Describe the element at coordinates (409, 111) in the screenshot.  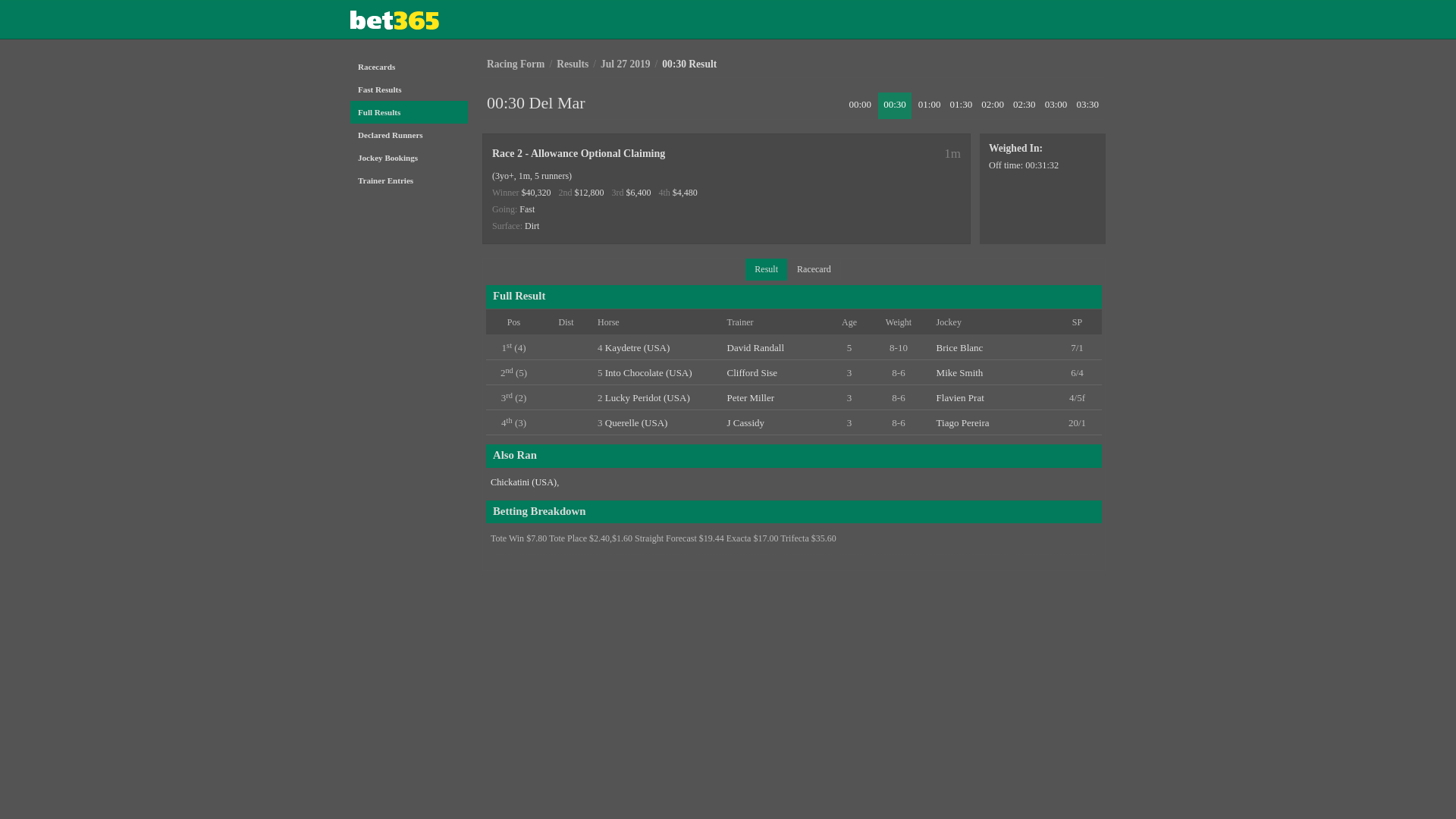
I see `'Full Results'` at that location.